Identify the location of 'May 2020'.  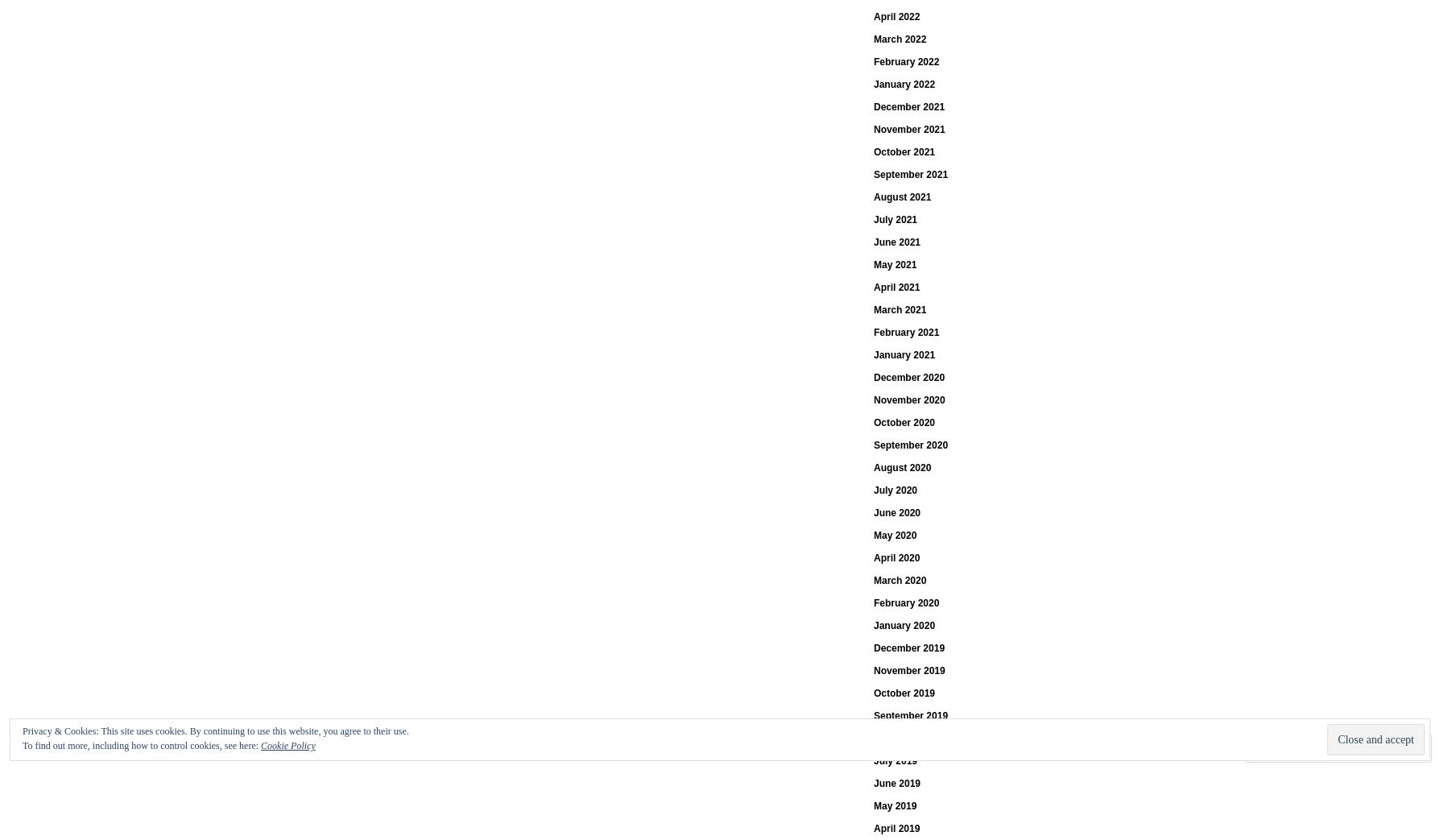
(873, 535).